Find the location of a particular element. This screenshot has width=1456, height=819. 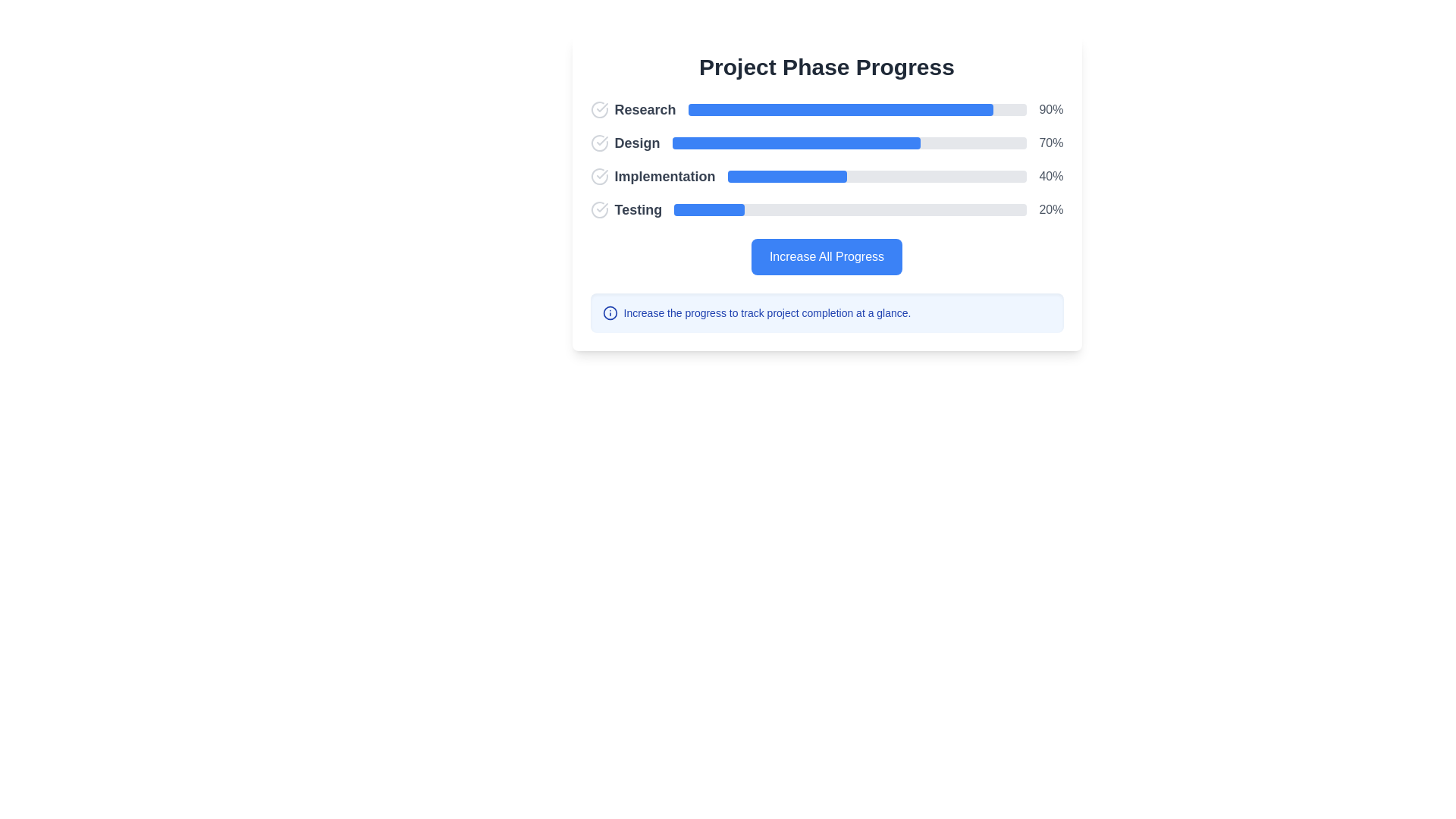

the 'Design' text label, which is styled in bold gray font and positioned as the second item under 'Project Phase Progress' is located at coordinates (637, 143).